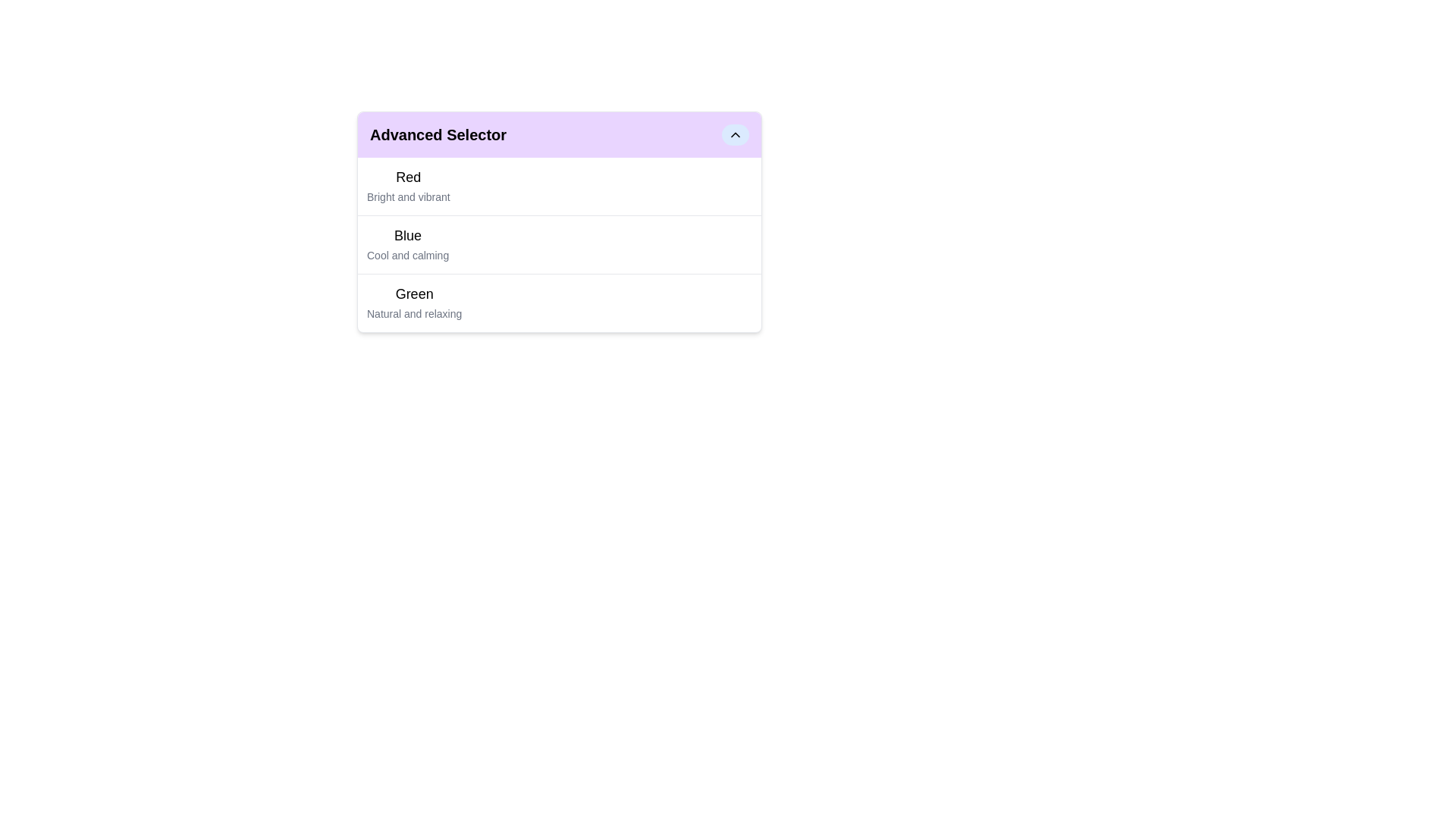  I want to click on the text block labeled 'Red' with the description 'Bright and vibrant', so click(408, 186).